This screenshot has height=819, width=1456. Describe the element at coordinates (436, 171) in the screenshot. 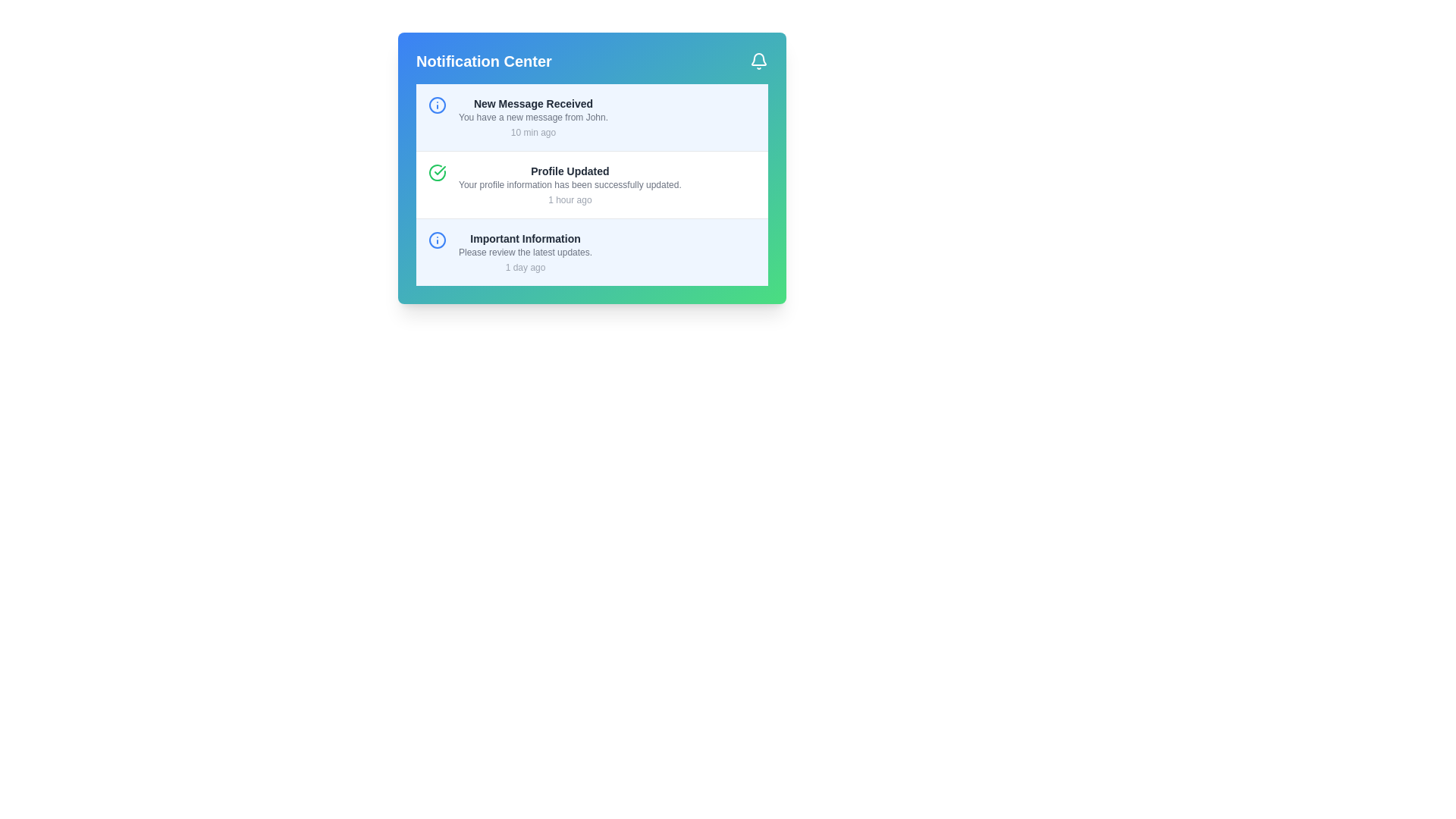

I see `the green circular icon with a white outline and checkmark, located to the left of the 'Profile Updated' notification text` at that location.